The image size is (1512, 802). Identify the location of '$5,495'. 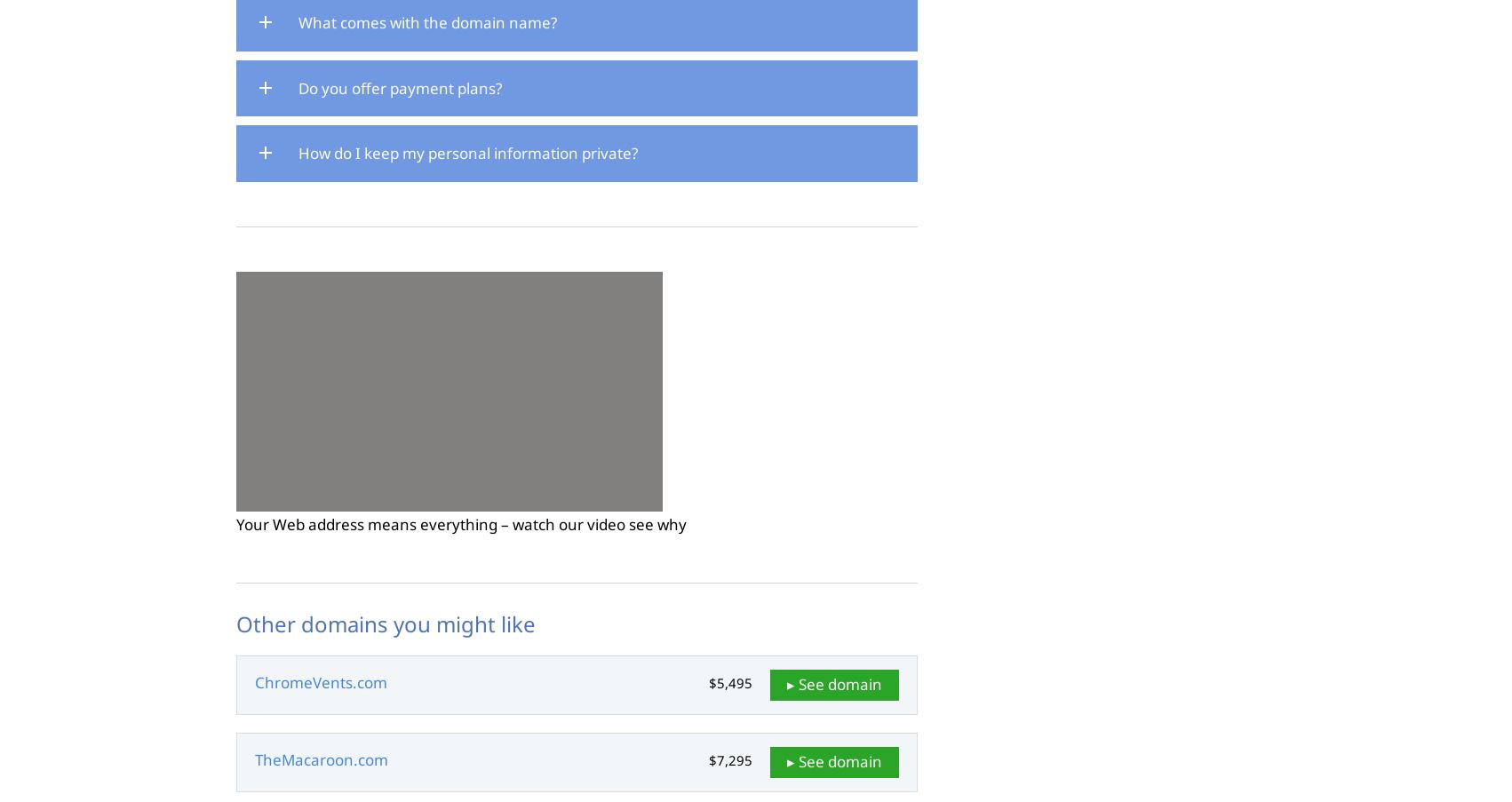
(729, 682).